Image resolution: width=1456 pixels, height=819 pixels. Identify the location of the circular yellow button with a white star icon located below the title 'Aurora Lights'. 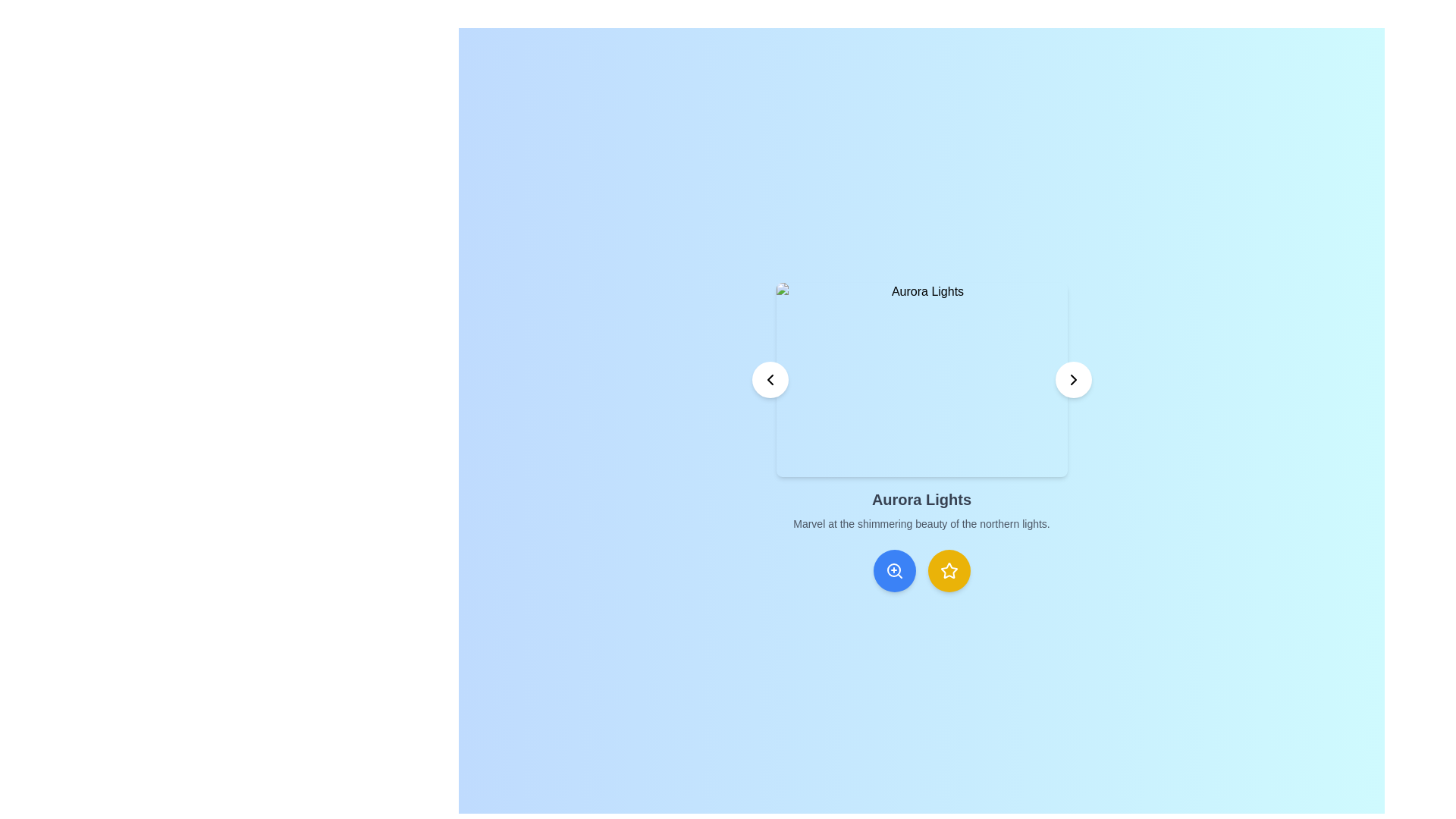
(948, 570).